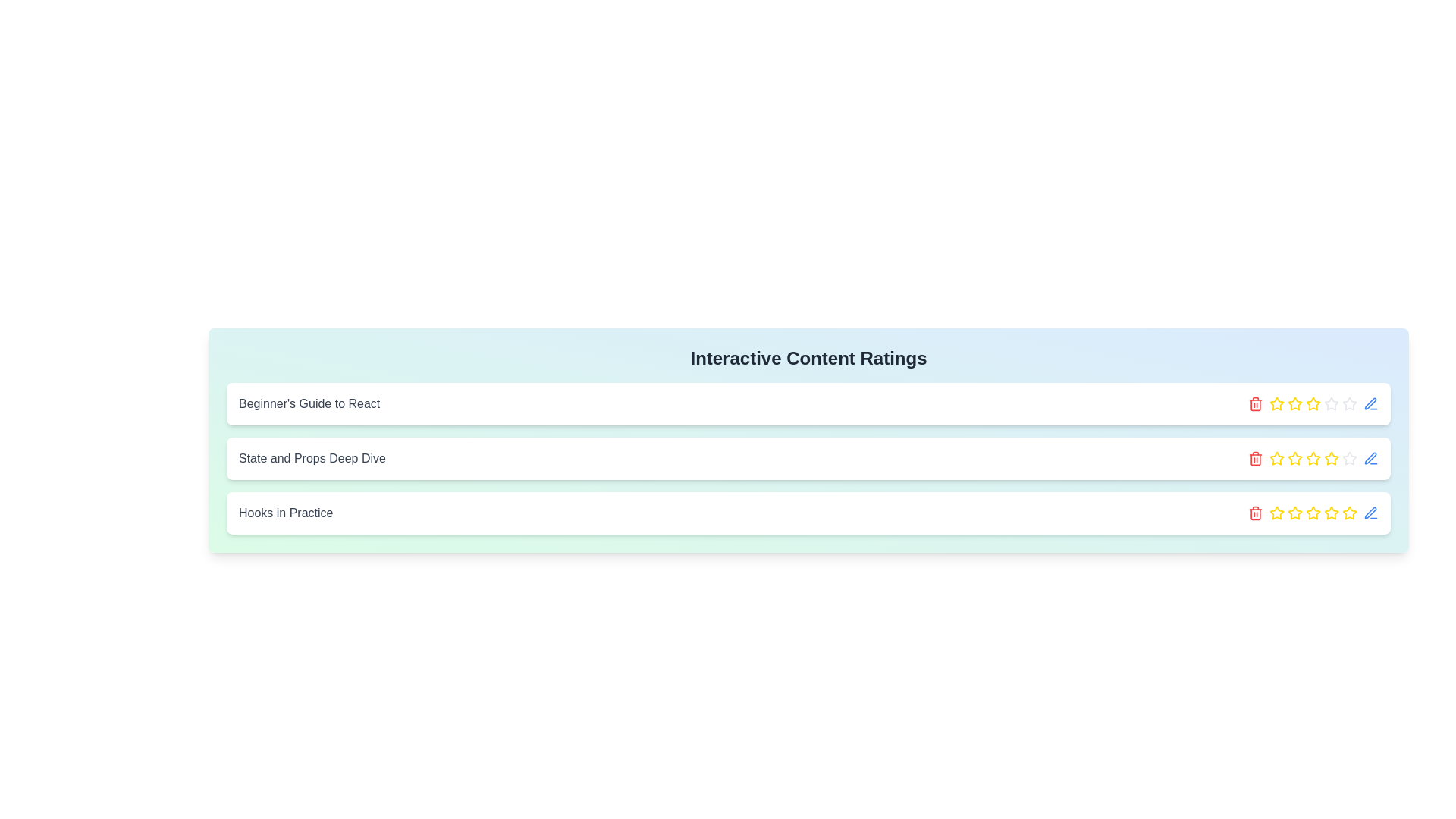 This screenshot has height=819, width=1456. Describe the element at coordinates (1294, 513) in the screenshot. I see `the golden star icon with a hollow center, which is the third star in the rating row for 'Hooks in Practice'` at that location.